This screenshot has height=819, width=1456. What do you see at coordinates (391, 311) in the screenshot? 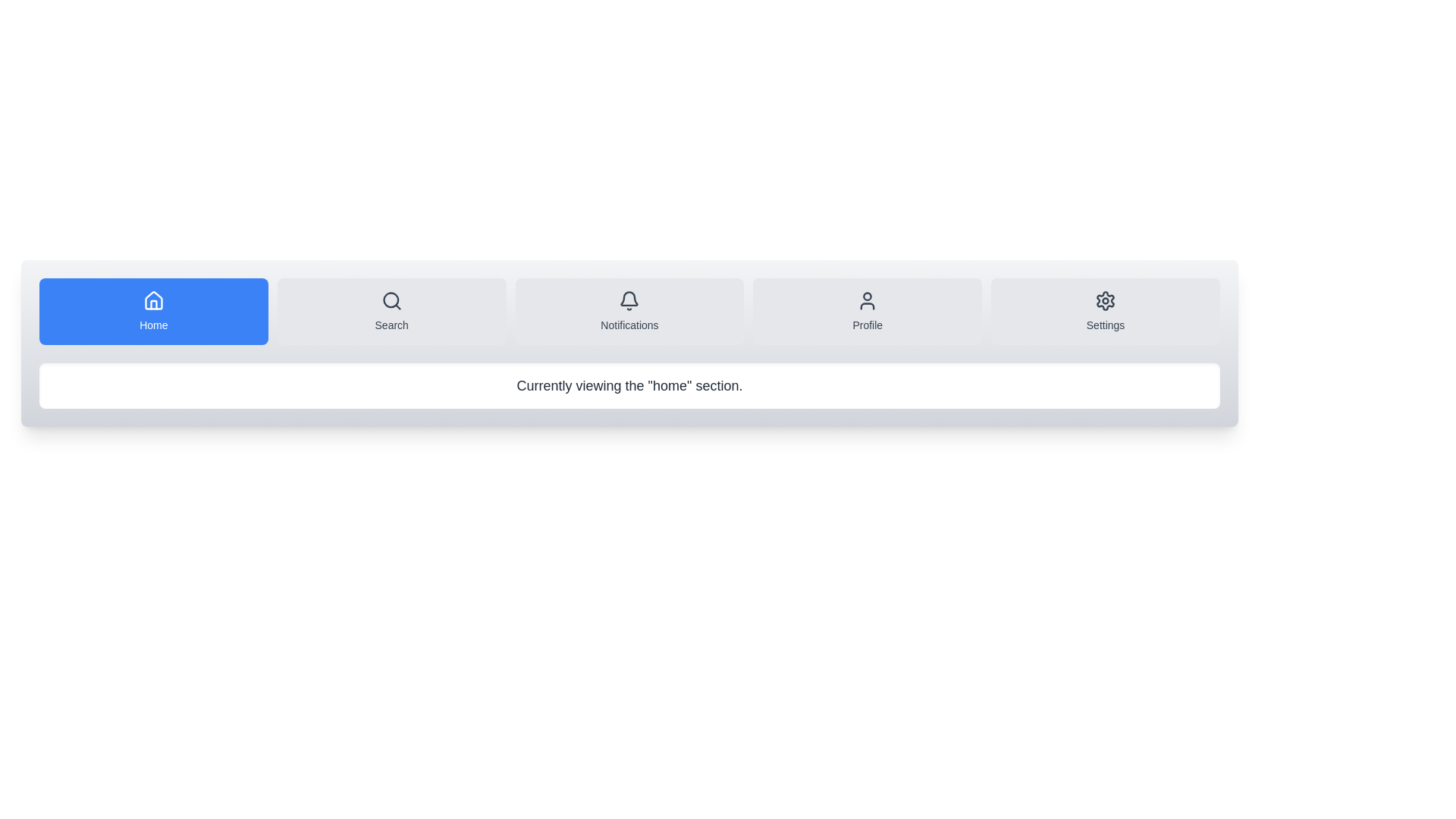
I see `the search button located in the horizontal navigation bar, which is the second item from the left, between the 'Home' and 'Notifications' buttons` at bounding box center [391, 311].